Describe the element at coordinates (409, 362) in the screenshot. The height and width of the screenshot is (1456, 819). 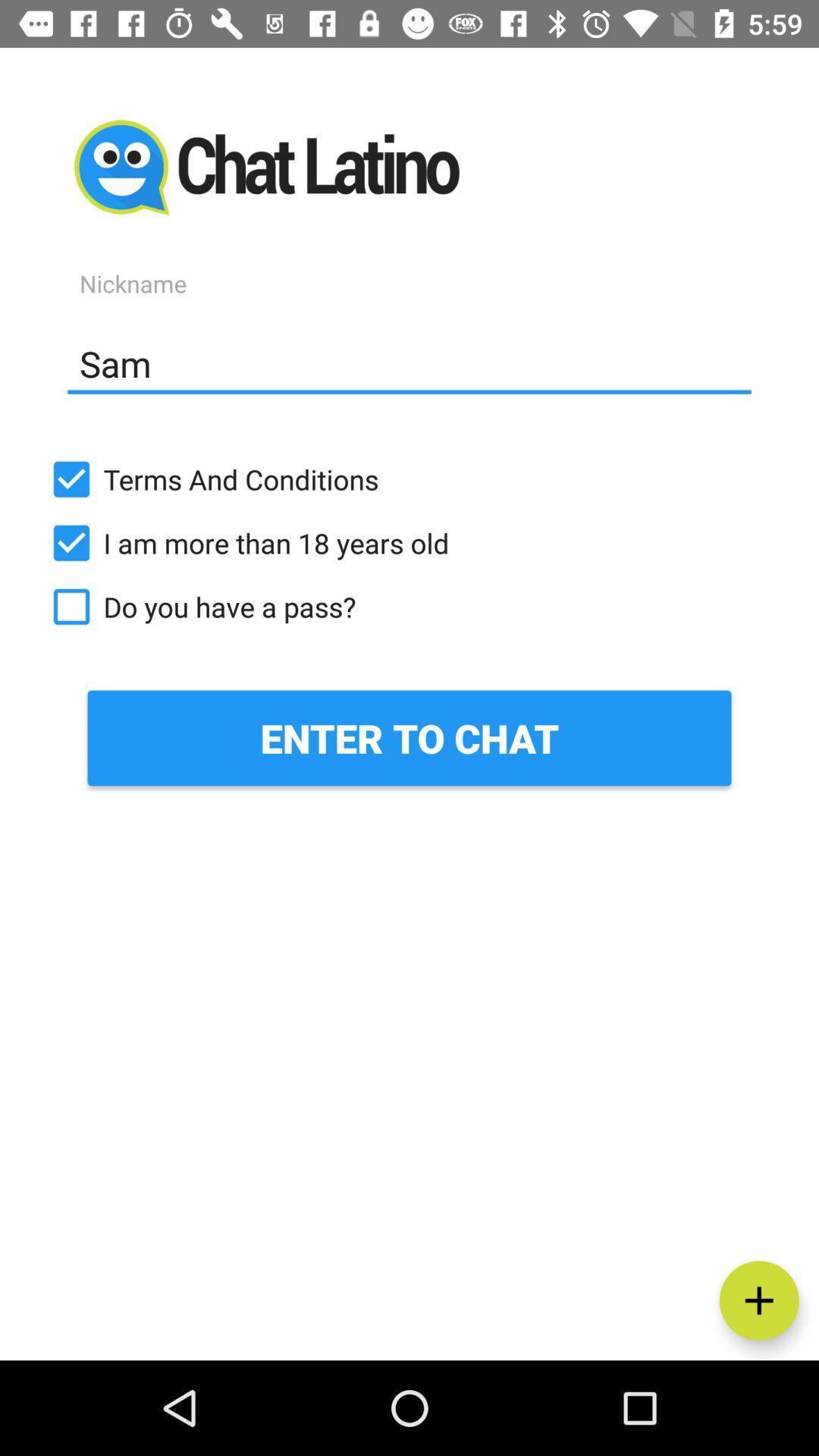
I see `item above terms and conditions icon` at that location.